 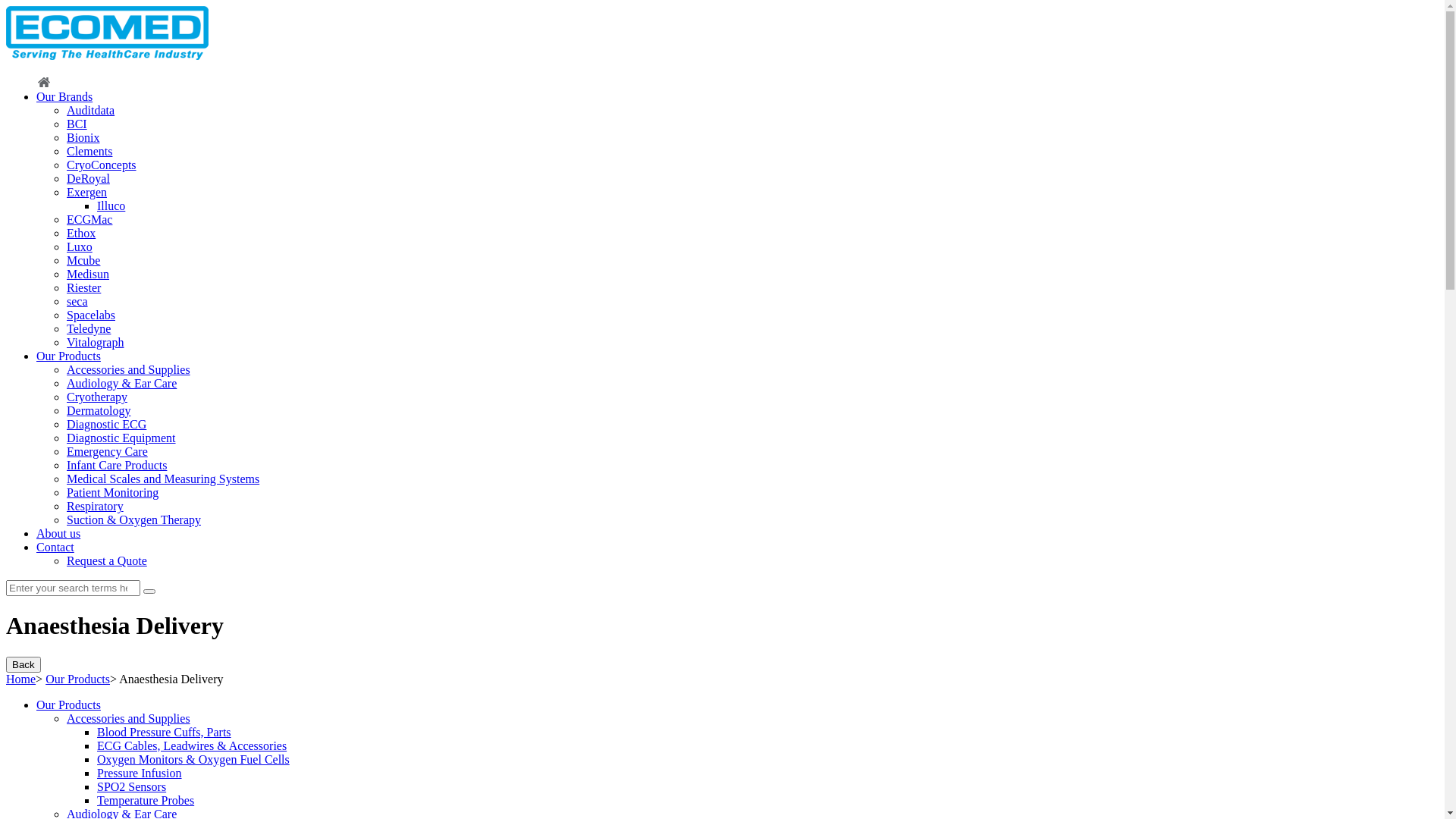 I want to click on 'Riester', so click(x=83, y=287).